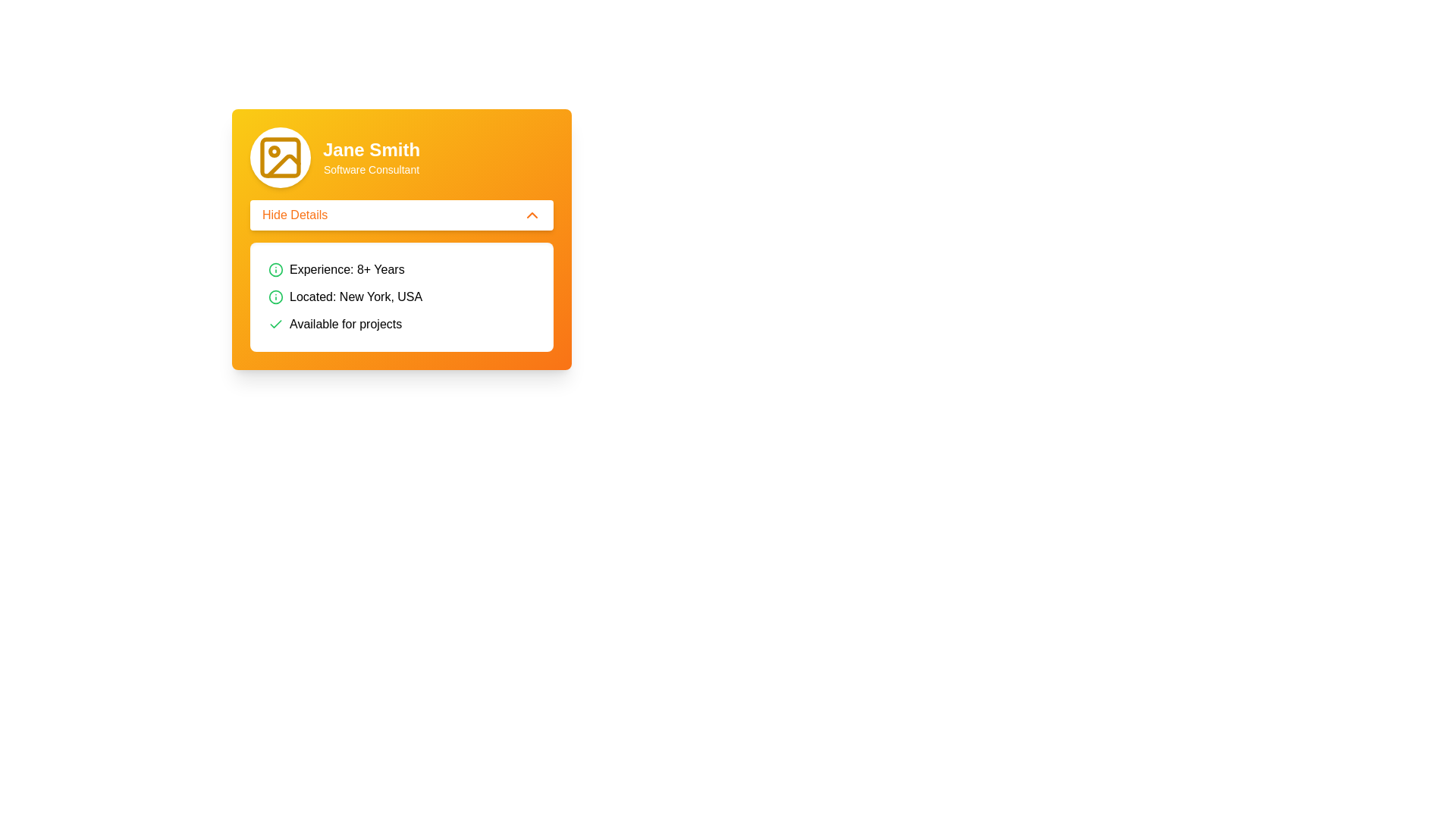 This screenshot has width=1456, height=819. Describe the element at coordinates (401, 215) in the screenshot. I see `the toggle button located in the middle section of the card, just below the user title 'Jane Smith Software Consultant'` at that location.